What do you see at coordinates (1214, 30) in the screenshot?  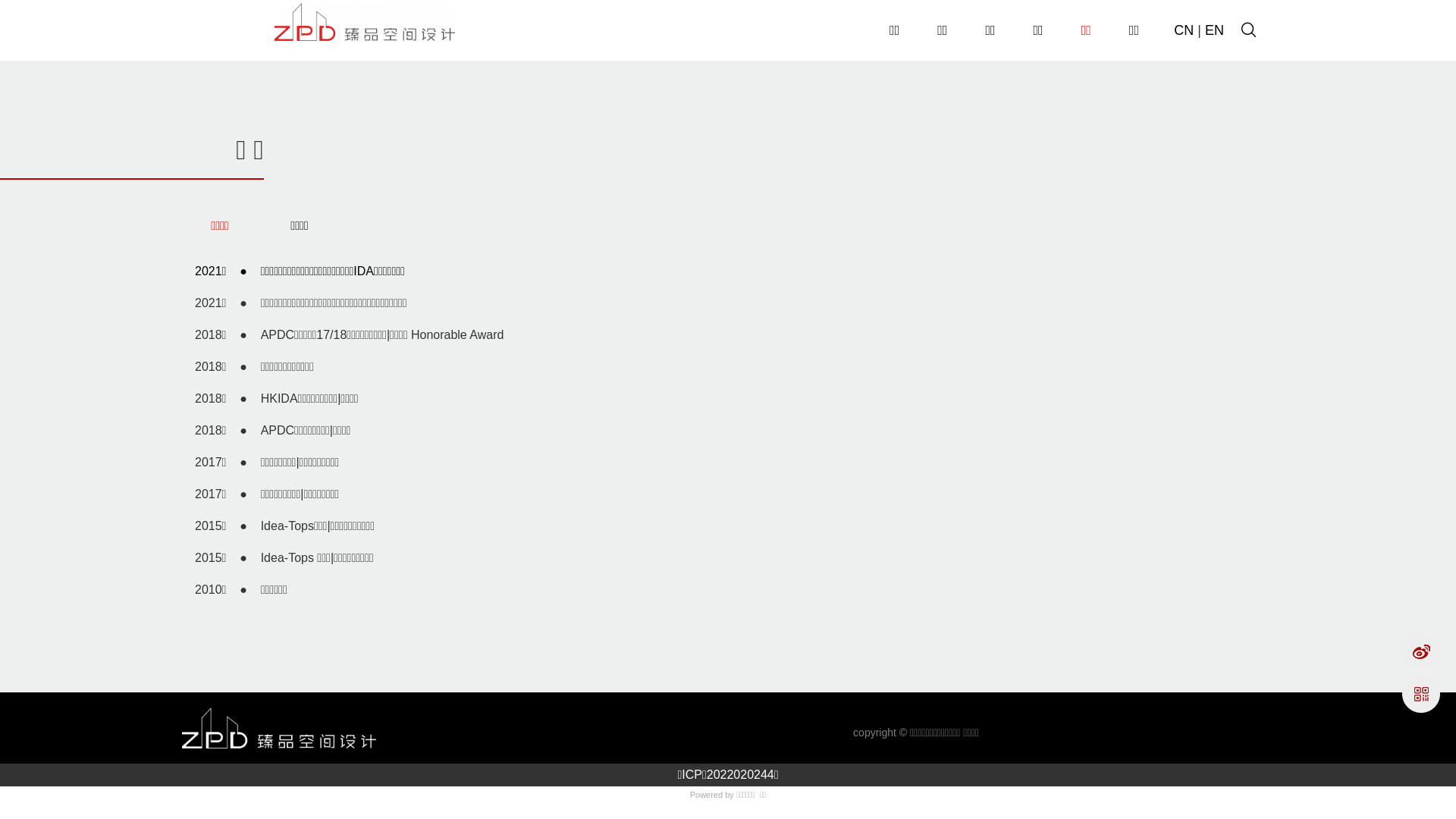 I see `'EN'` at bounding box center [1214, 30].